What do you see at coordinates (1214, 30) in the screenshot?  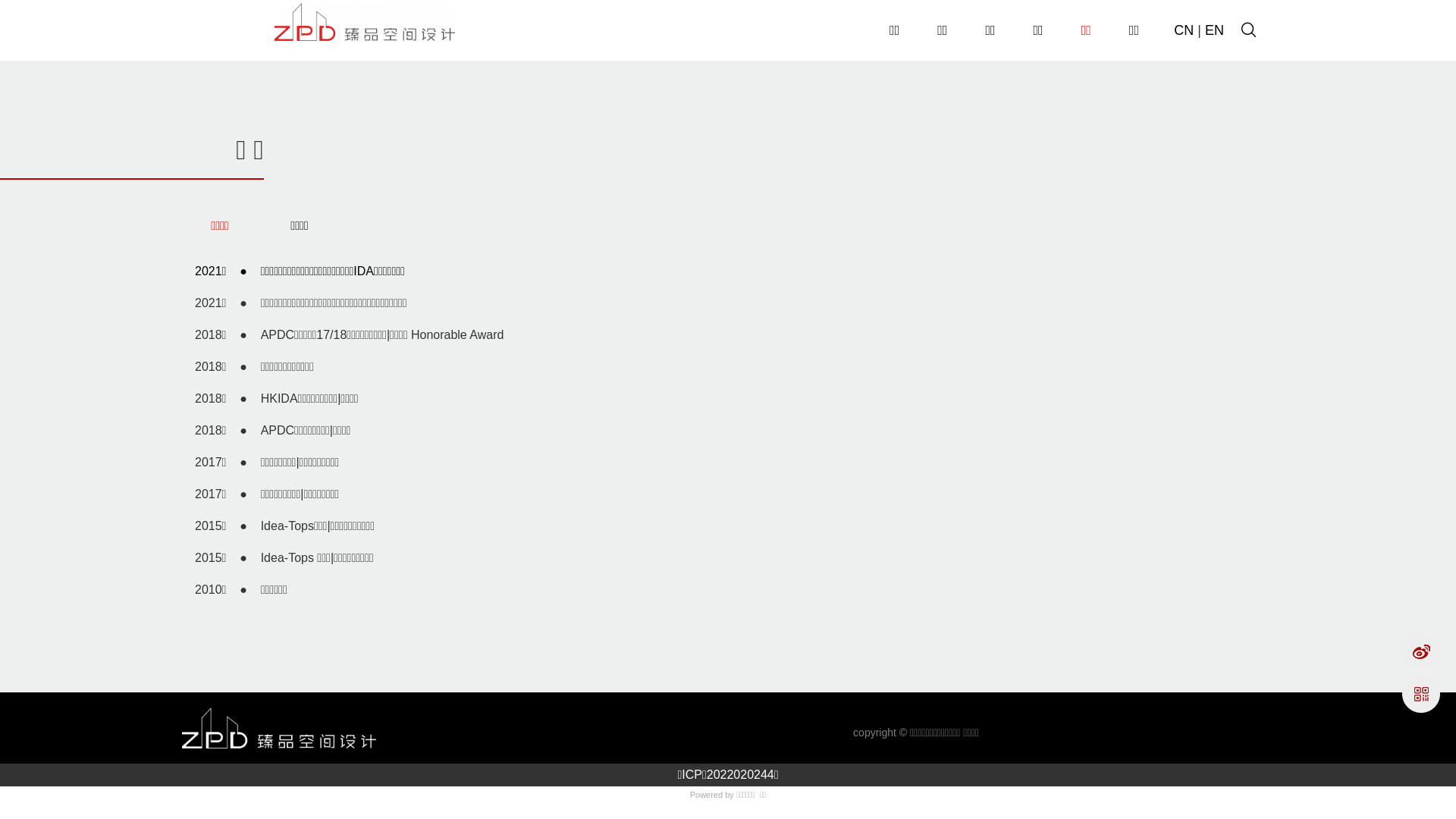 I see `'EN'` at bounding box center [1214, 30].